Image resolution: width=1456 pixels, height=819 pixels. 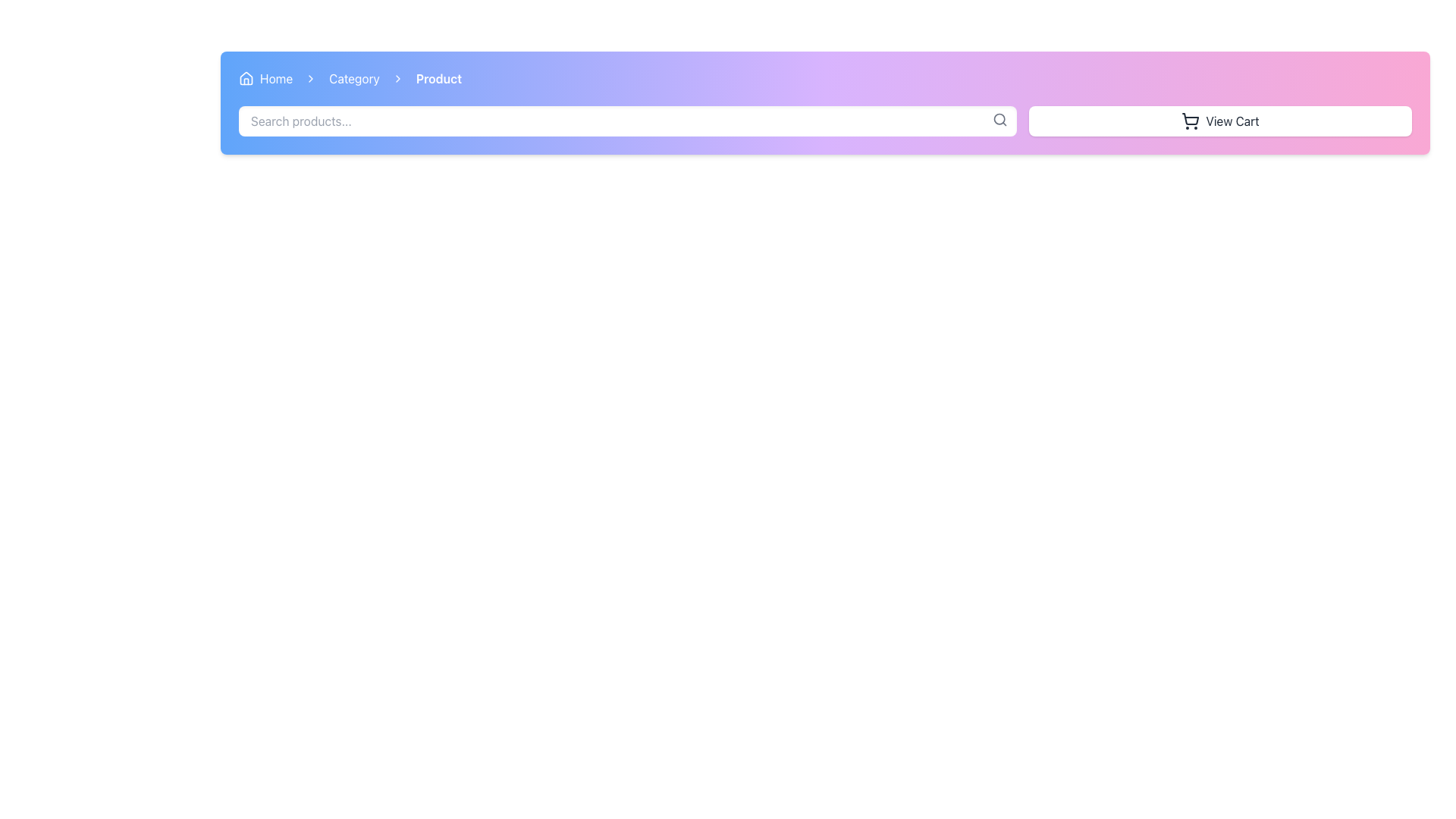 I want to click on the breadcrumb navigation link located between the 'Home' and 'Product' links, so click(x=353, y=79).